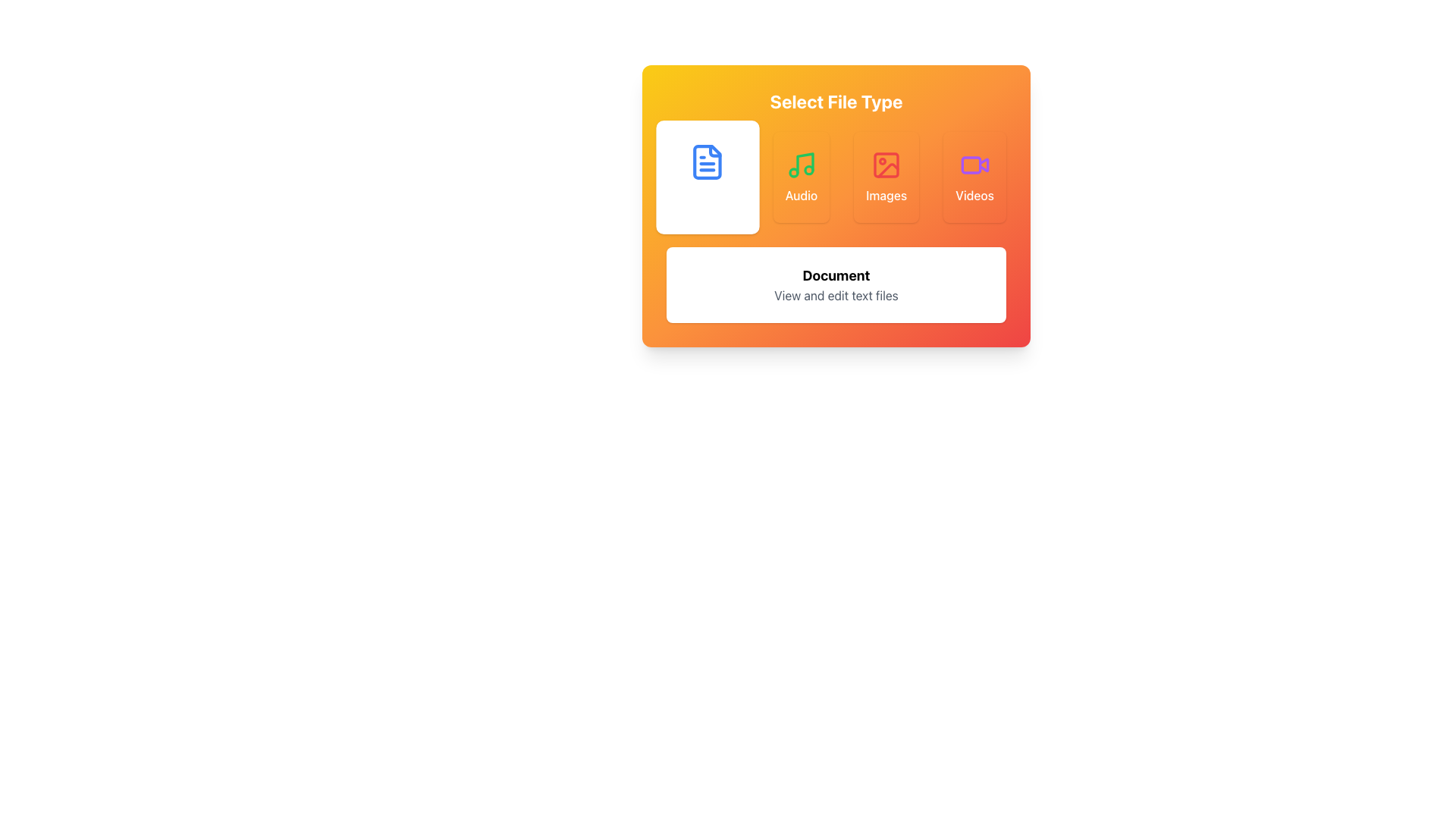 The height and width of the screenshot is (819, 1456). What do you see at coordinates (707, 162) in the screenshot?
I see `the main document icon of the file type selection interface, which is the first icon from the left in the top row of the file type selection section` at bounding box center [707, 162].